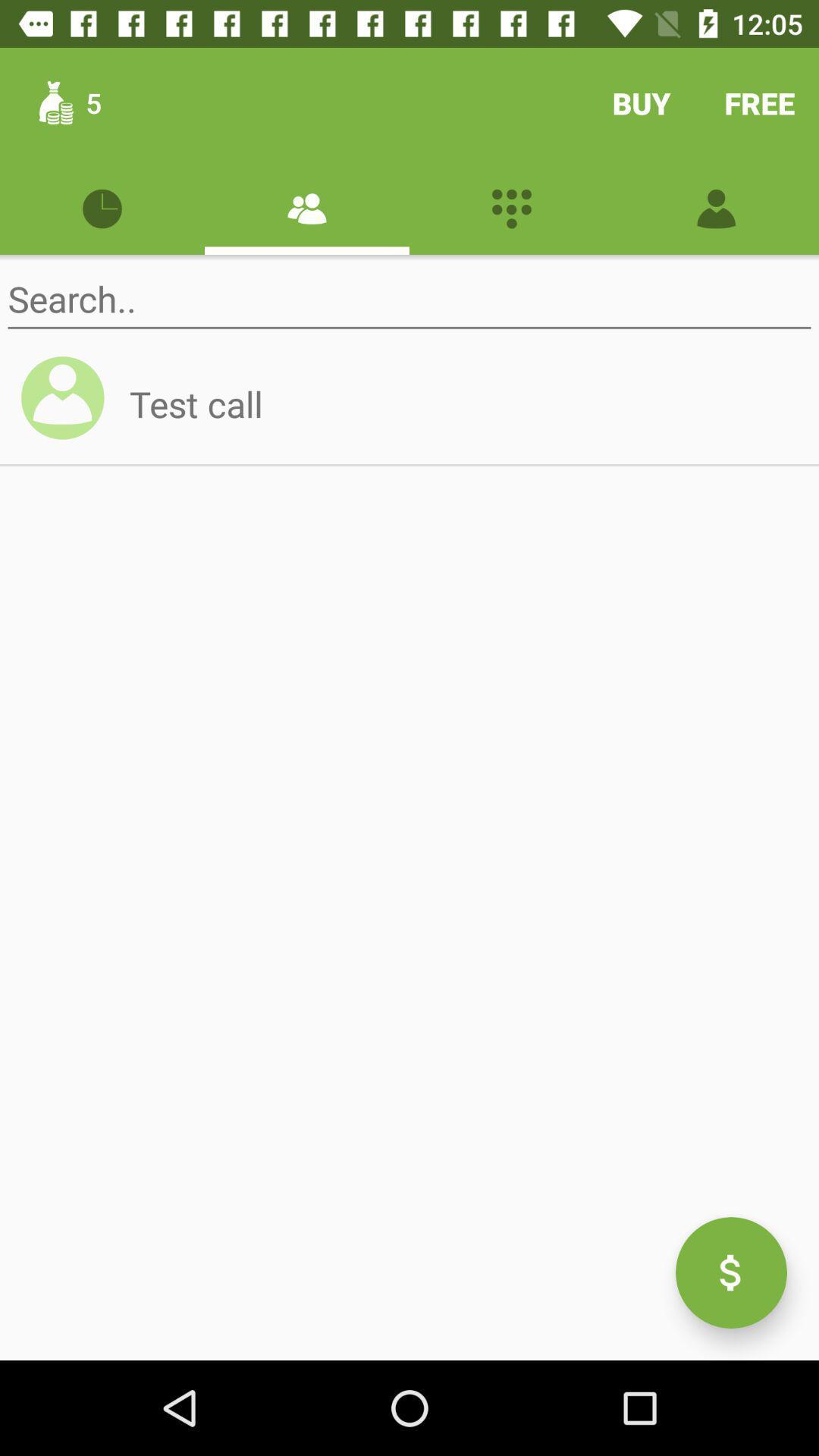  What do you see at coordinates (102, 206) in the screenshot?
I see `the first icon in the menu bar` at bounding box center [102, 206].